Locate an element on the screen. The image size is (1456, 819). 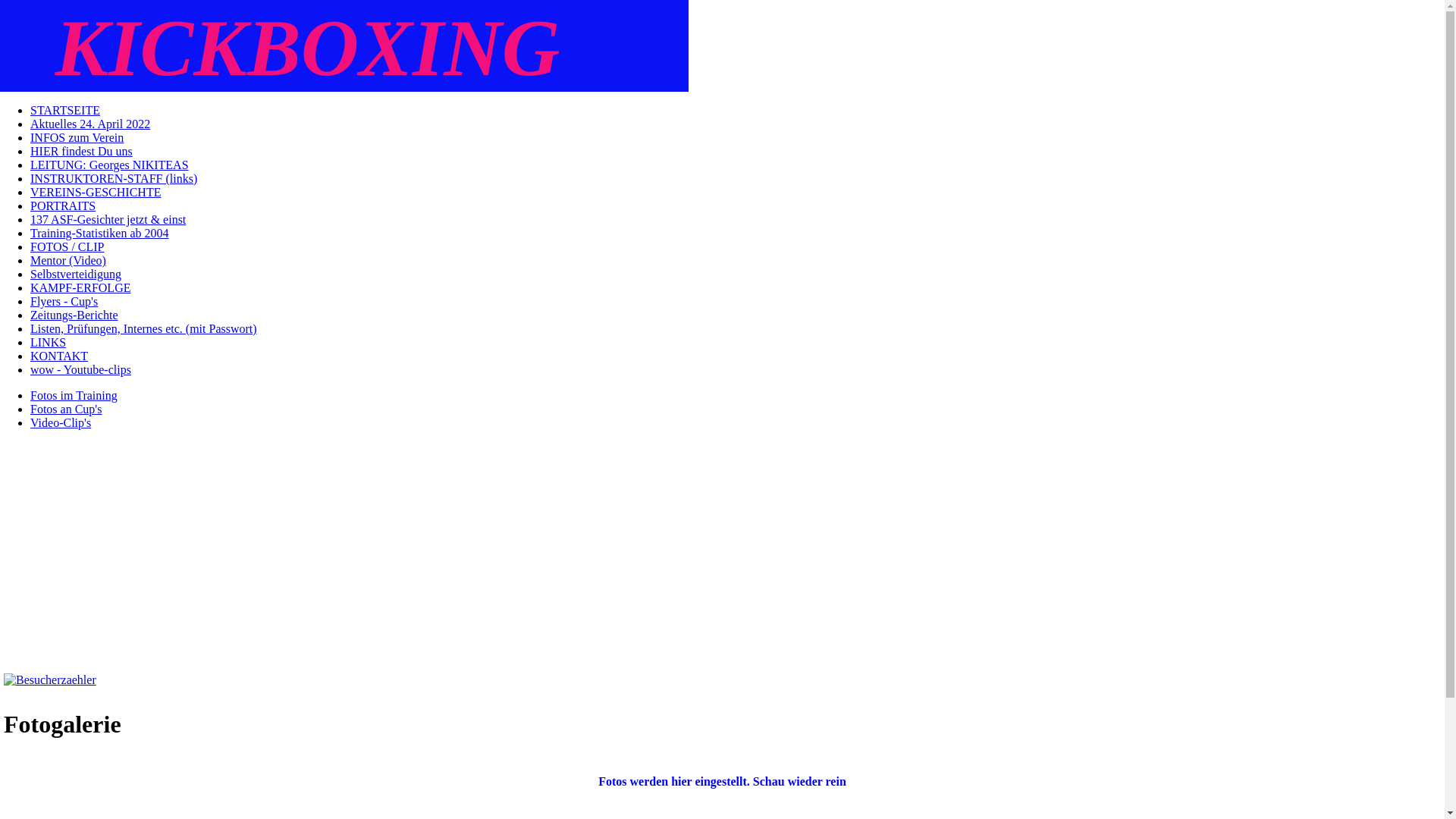
'Fotos im Training' is located at coordinates (30, 394).